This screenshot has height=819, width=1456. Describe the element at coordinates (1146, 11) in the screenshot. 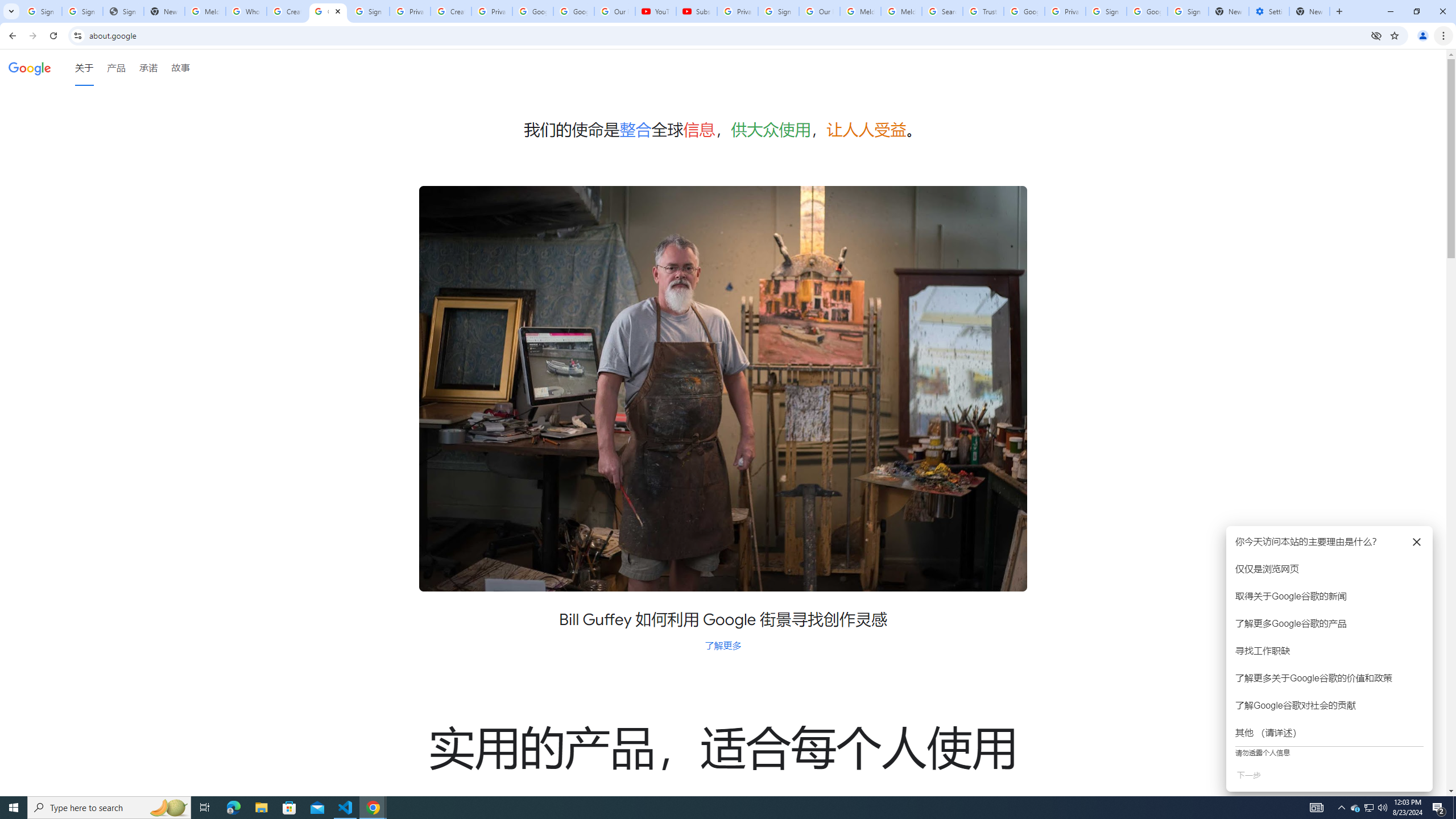

I see `'Google Cybersecurity Innovations - Google Safety Center'` at that location.